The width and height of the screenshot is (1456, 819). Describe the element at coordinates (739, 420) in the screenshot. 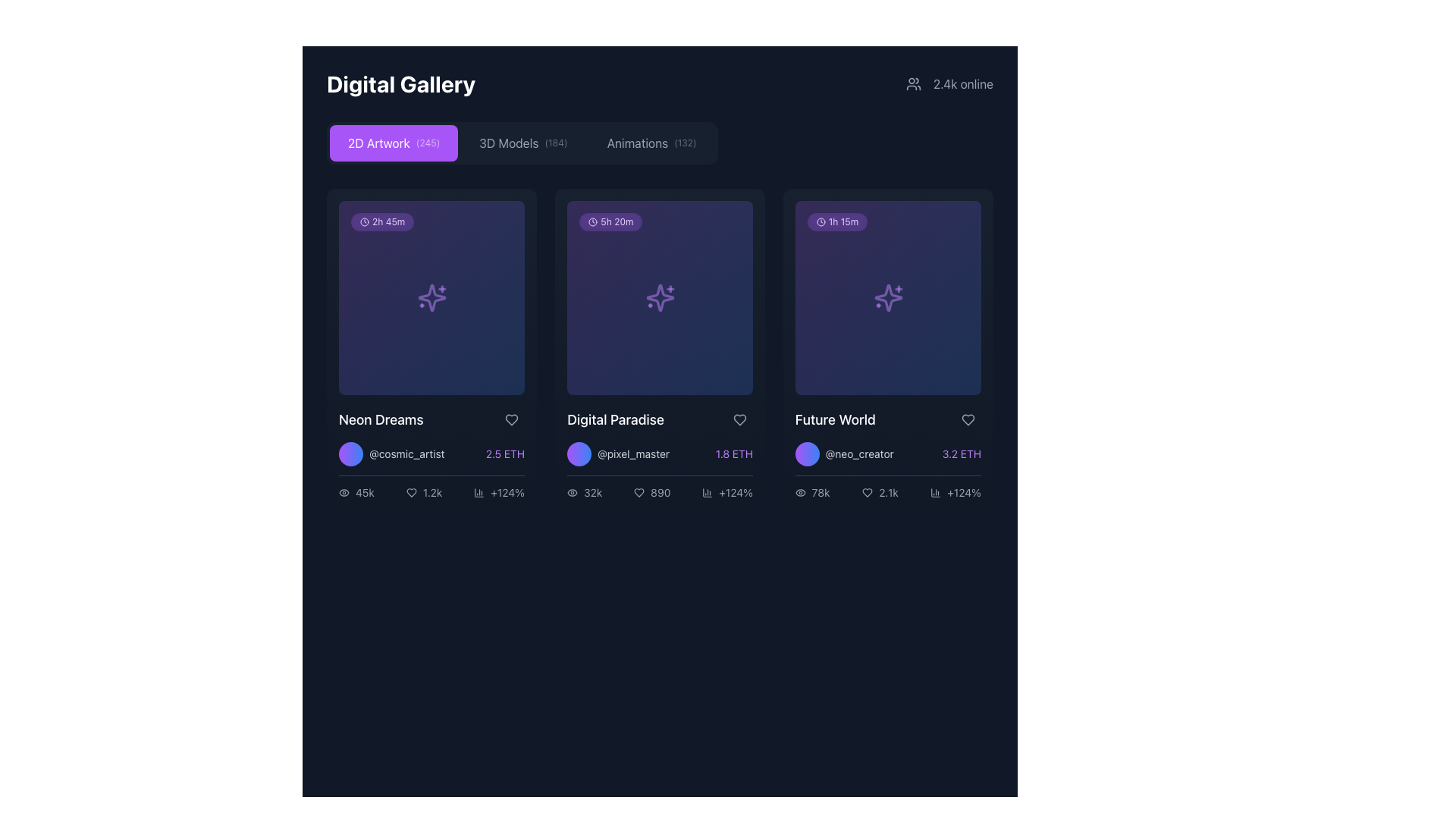

I see `the heart-shaped icon located in the bottom-right corner of the 'Digital Paradise' card to like the item` at that location.